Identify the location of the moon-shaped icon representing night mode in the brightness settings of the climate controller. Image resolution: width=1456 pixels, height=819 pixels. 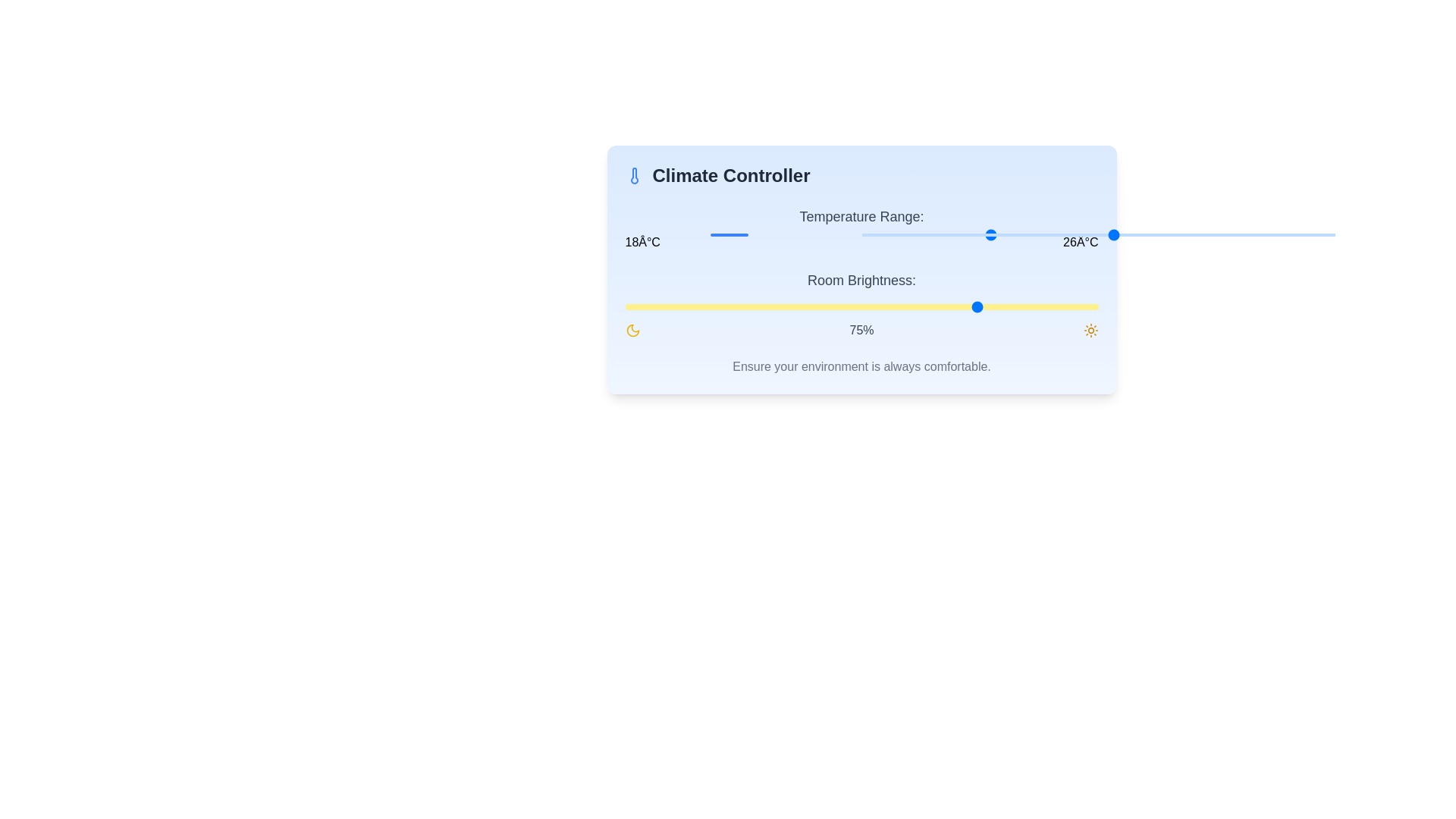
(632, 329).